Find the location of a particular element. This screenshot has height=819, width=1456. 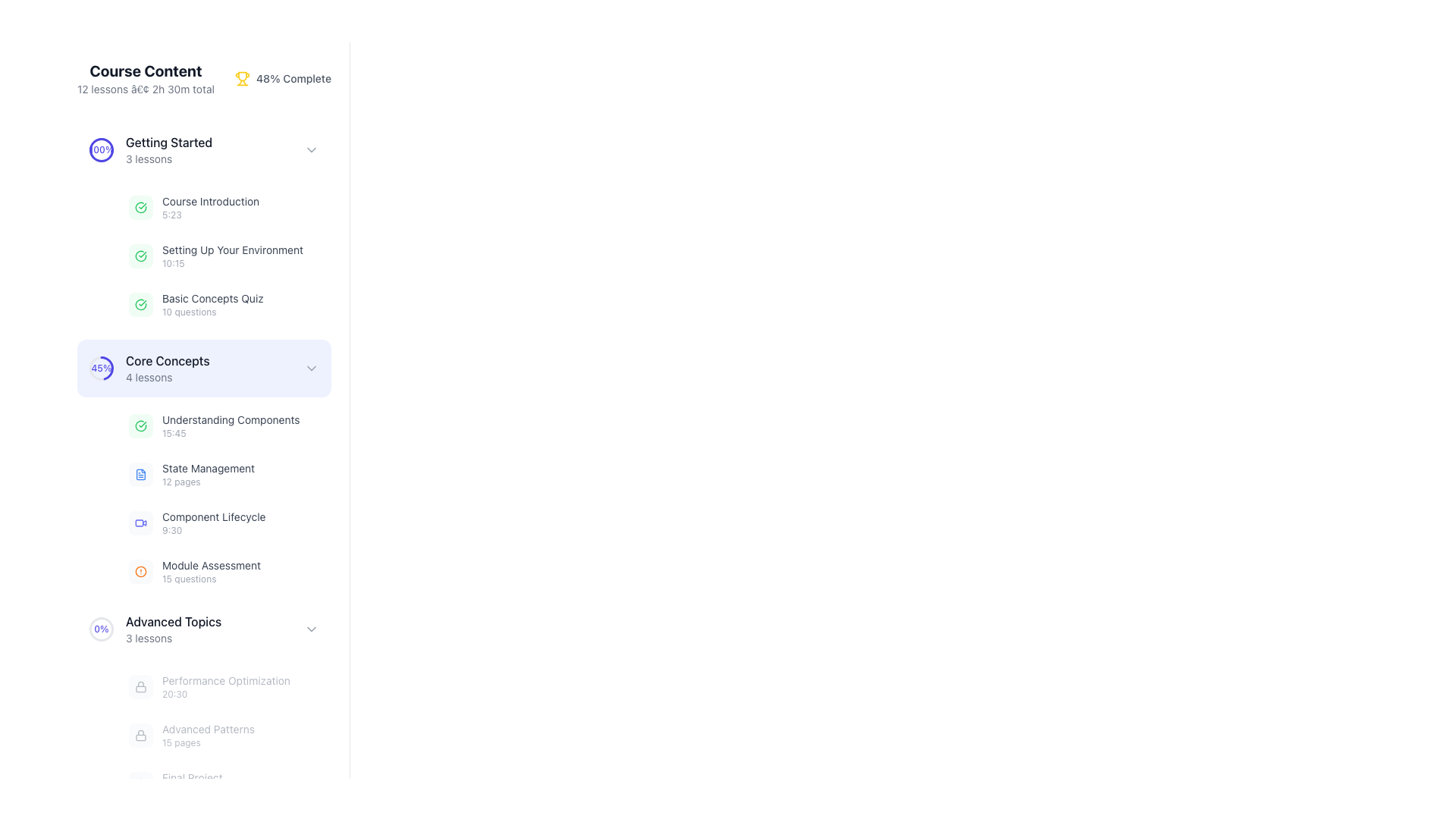

the static text element displaying '4 lessons' located beneath the 'Core Concepts' heading in the 'Course Content' sidebar is located at coordinates (168, 376).